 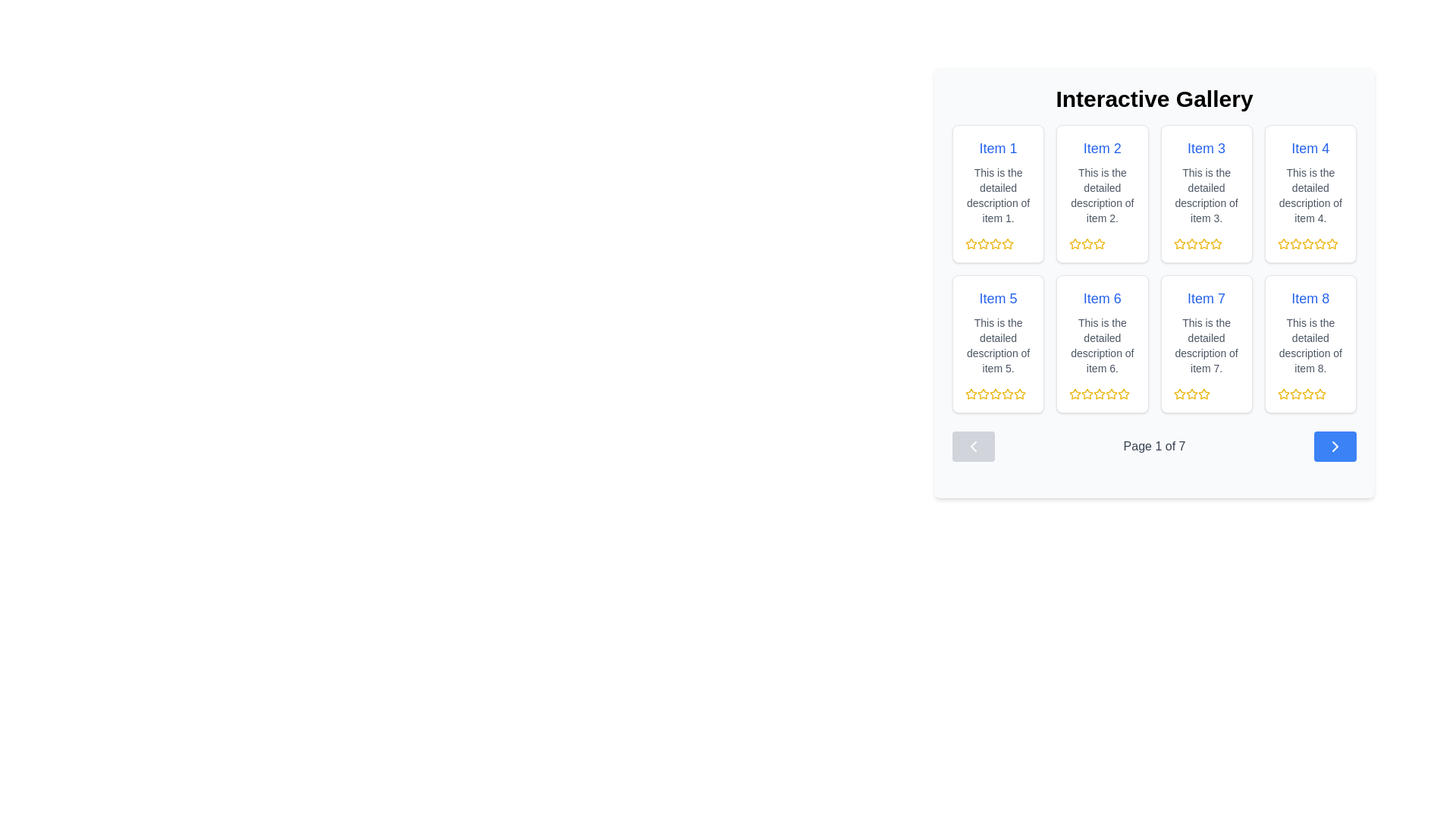 What do you see at coordinates (1102, 298) in the screenshot?
I see `the 'Item 6' header located in the second row, third column of a 2x4 grid layout of cards for further interaction` at bounding box center [1102, 298].